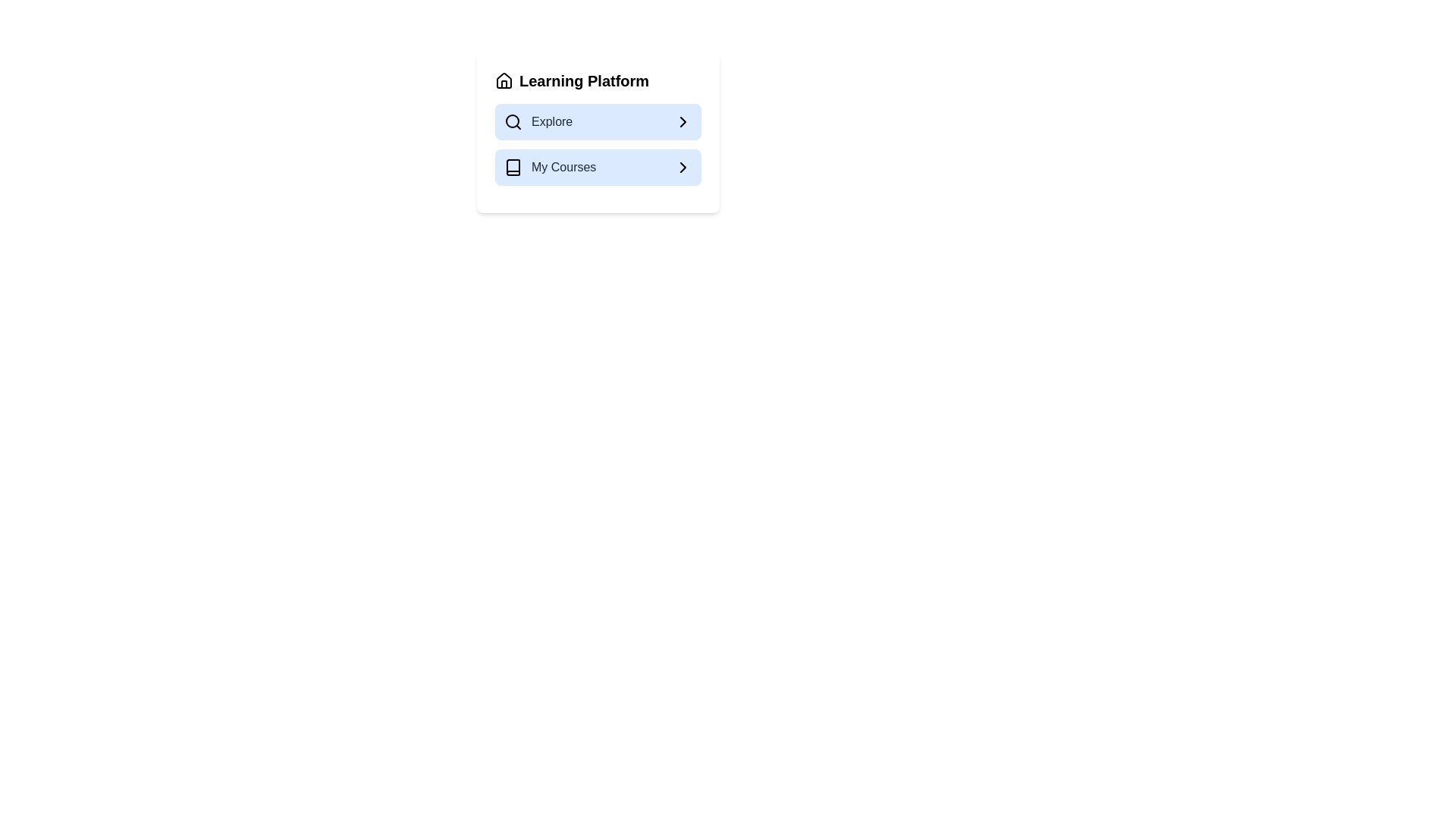 The height and width of the screenshot is (819, 1456). What do you see at coordinates (682, 167) in the screenshot?
I see `the arrow or chevron icon located in the 'My Courses' section of the navigation menu, positioned to the right of the 'My Courses' text` at bounding box center [682, 167].